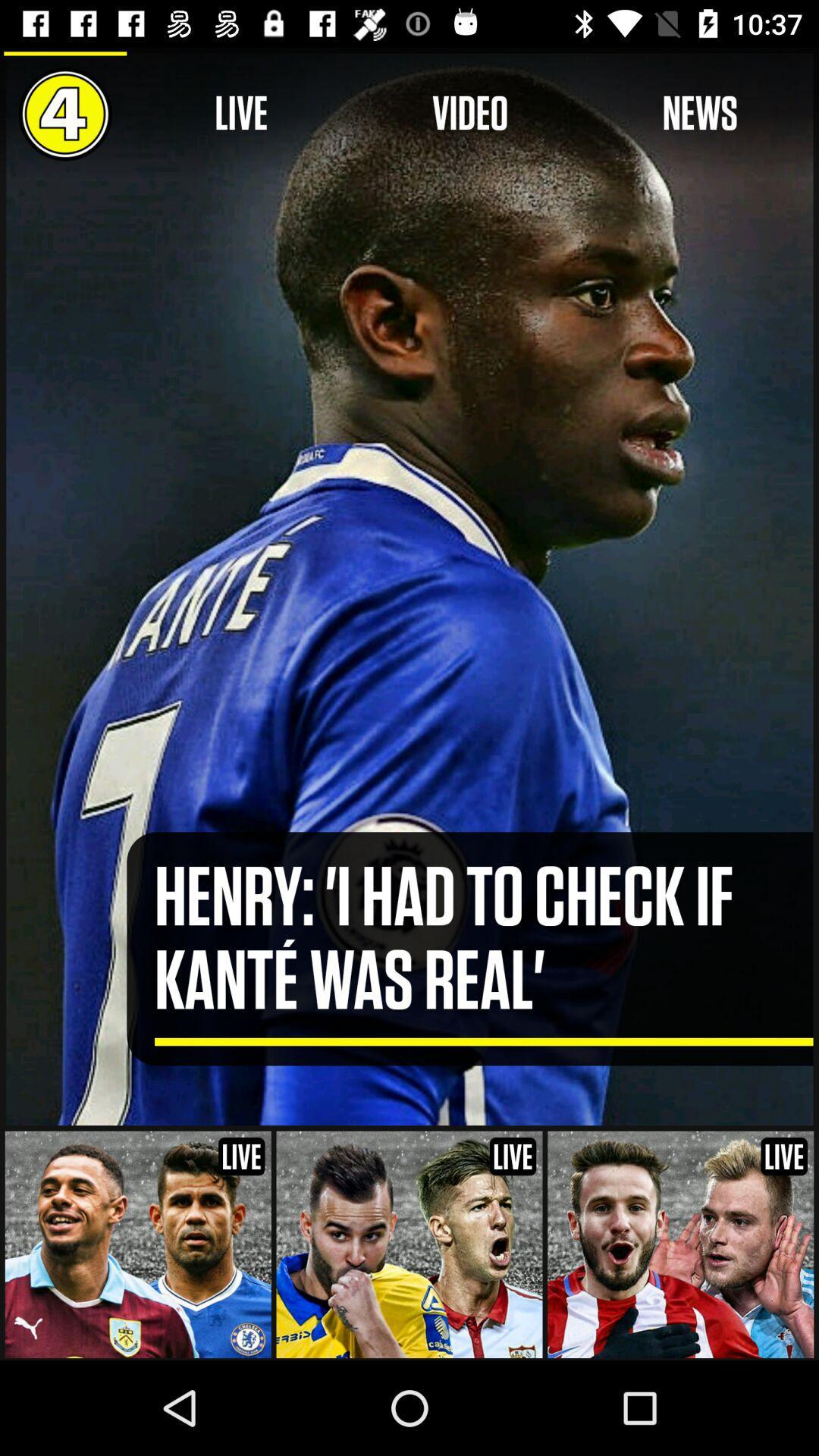 This screenshot has height=1456, width=819. What do you see at coordinates (469, 113) in the screenshot?
I see `item next to news` at bounding box center [469, 113].